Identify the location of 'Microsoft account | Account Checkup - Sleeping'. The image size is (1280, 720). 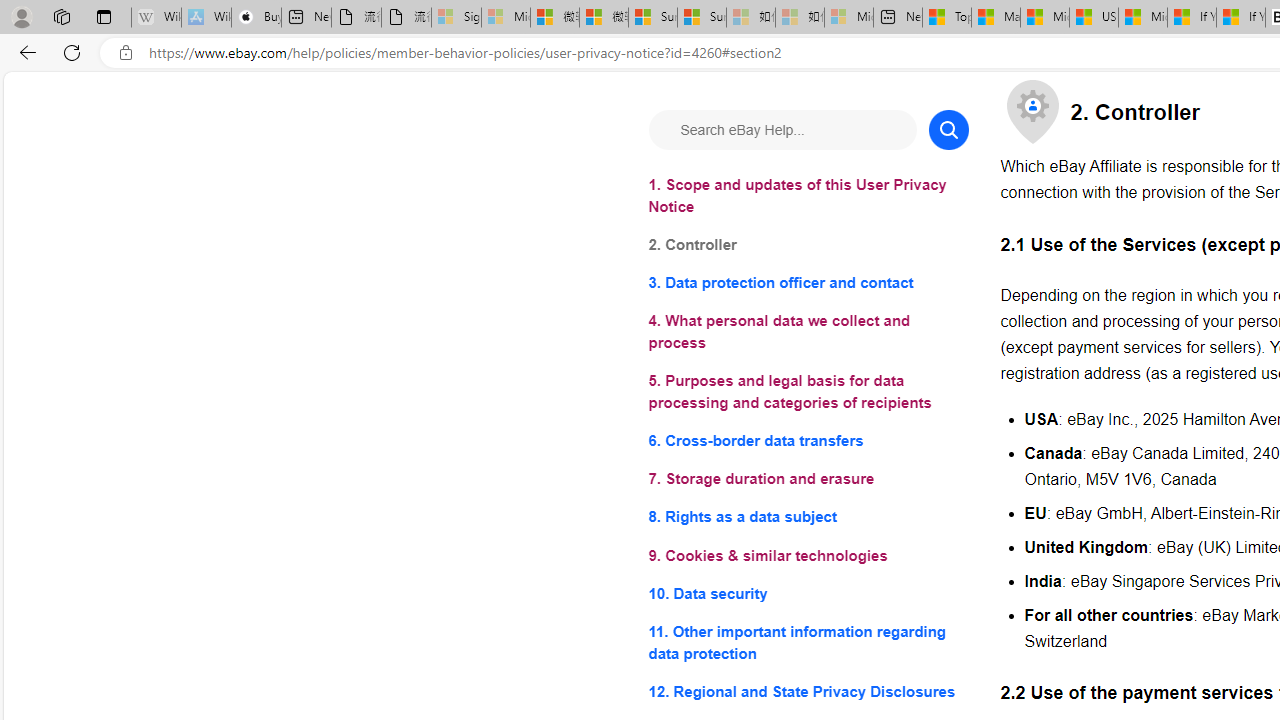
(849, 17).